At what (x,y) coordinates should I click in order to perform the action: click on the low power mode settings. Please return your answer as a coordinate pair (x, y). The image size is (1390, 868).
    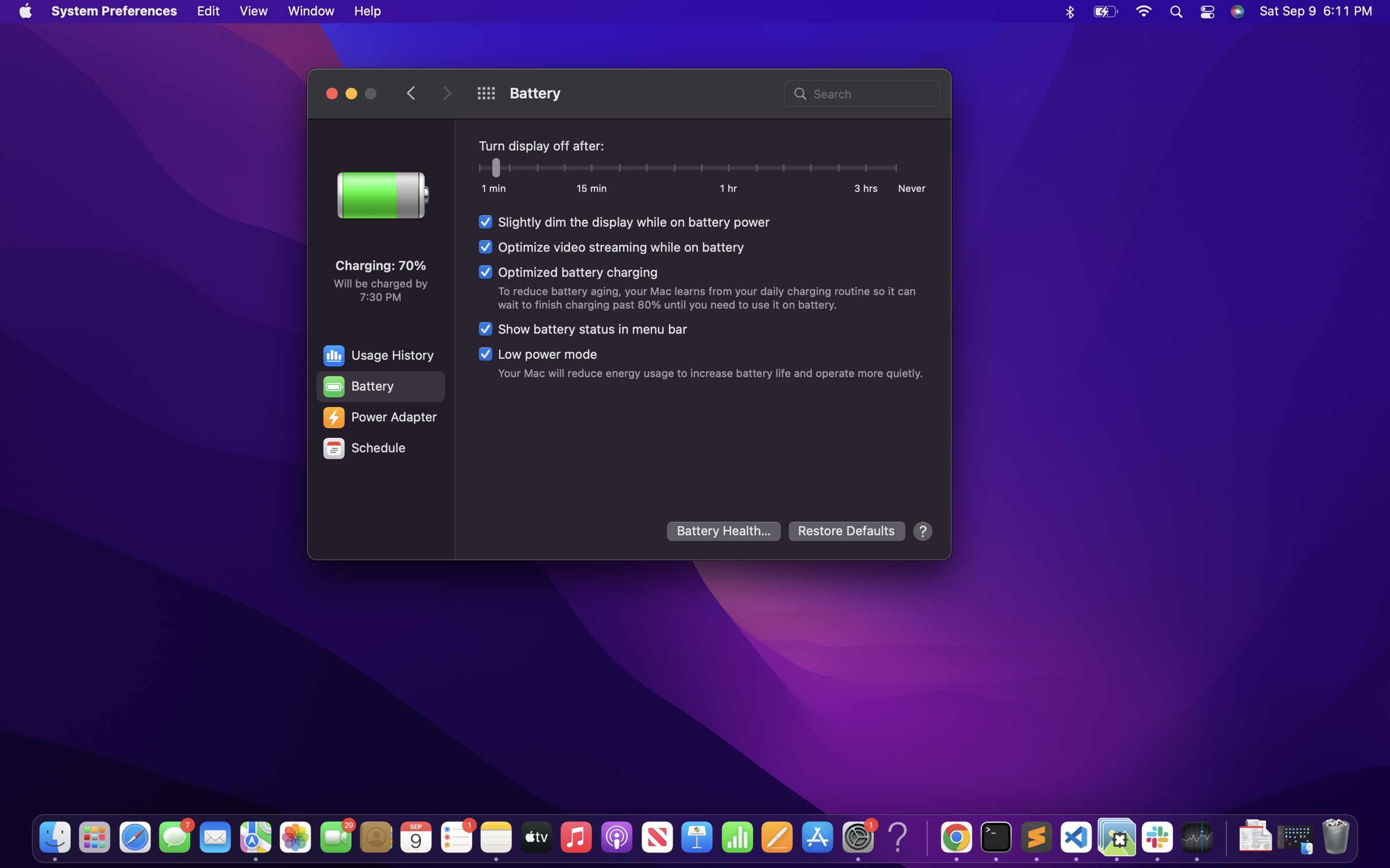
    Looking at the image, I should click on (538, 353).